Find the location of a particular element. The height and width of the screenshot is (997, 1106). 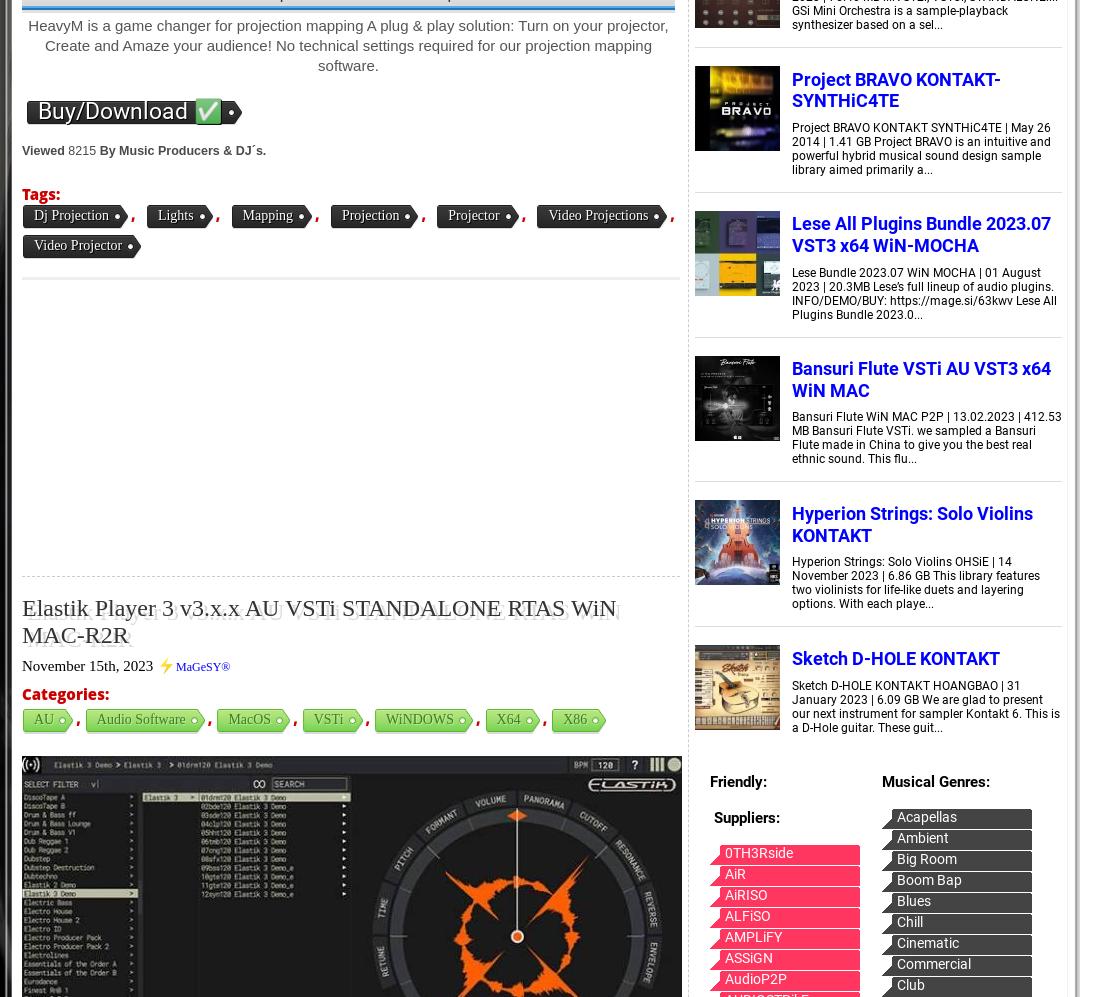

'November 15th, 2023 ⚡' is located at coordinates (98, 665).